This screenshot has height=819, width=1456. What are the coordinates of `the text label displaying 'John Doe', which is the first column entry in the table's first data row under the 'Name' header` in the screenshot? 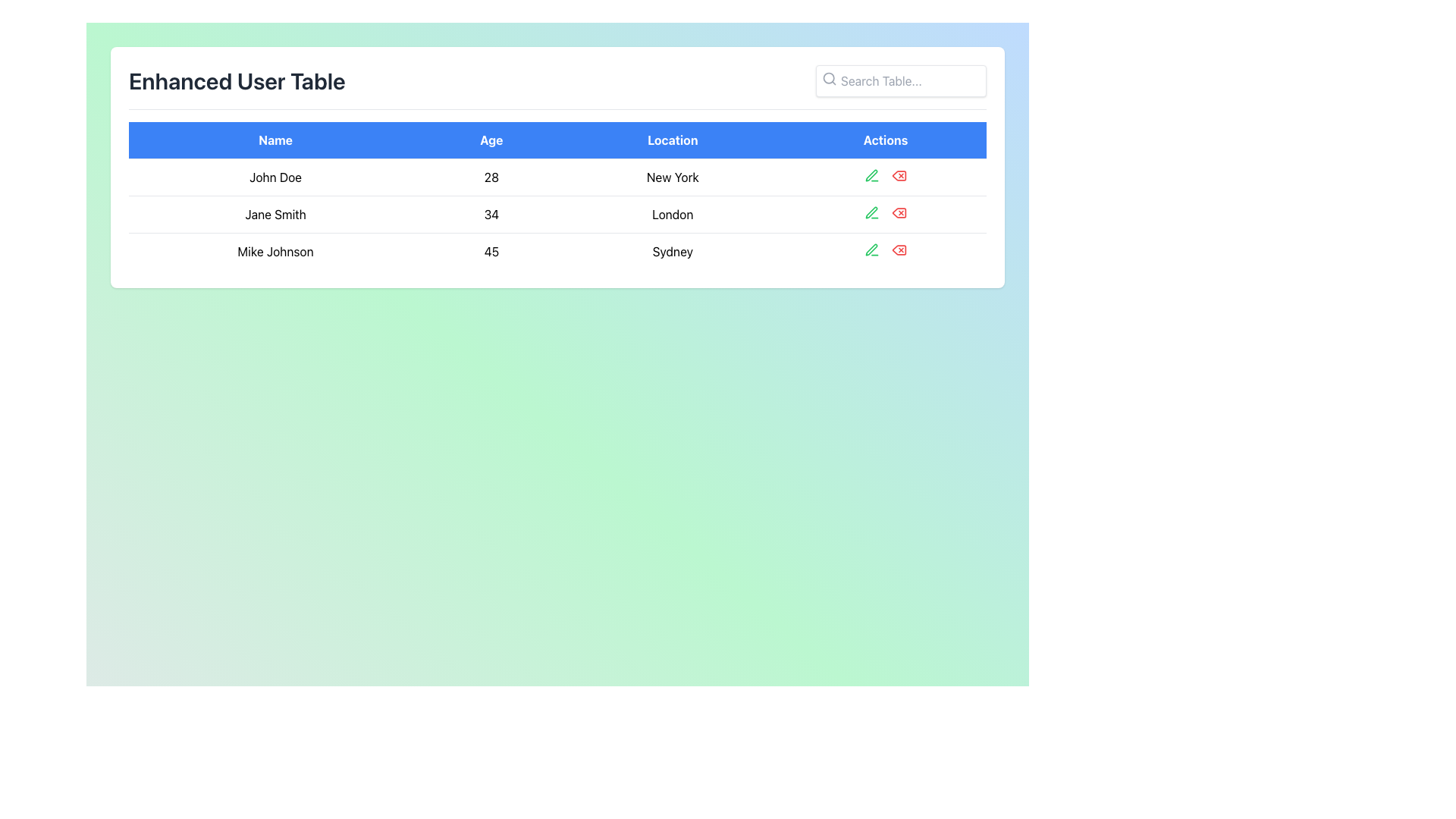 It's located at (275, 177).